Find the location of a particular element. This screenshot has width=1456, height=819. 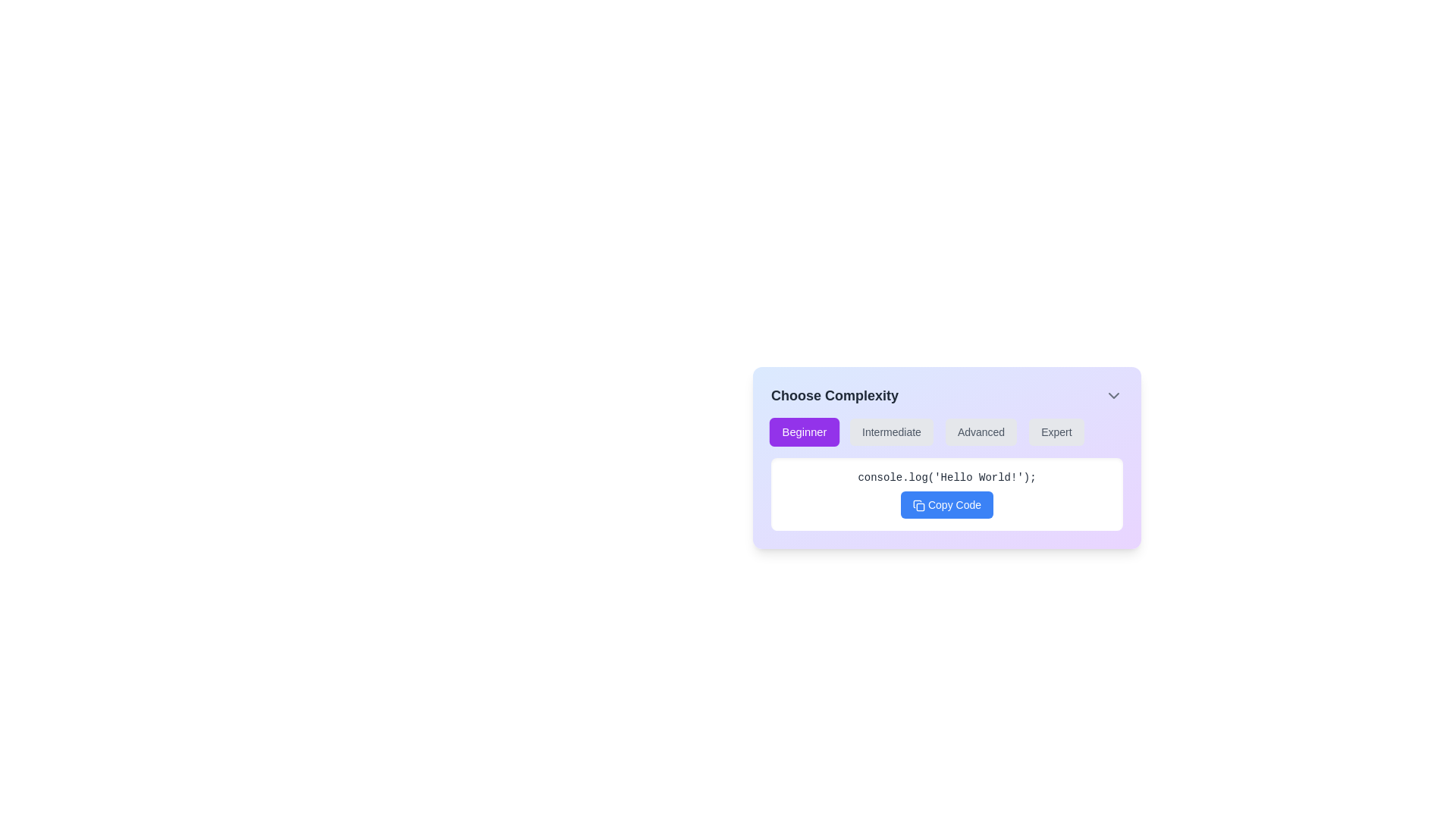

the 'Beginner' button with a purple background and white text is located at coordinates (803, 432).